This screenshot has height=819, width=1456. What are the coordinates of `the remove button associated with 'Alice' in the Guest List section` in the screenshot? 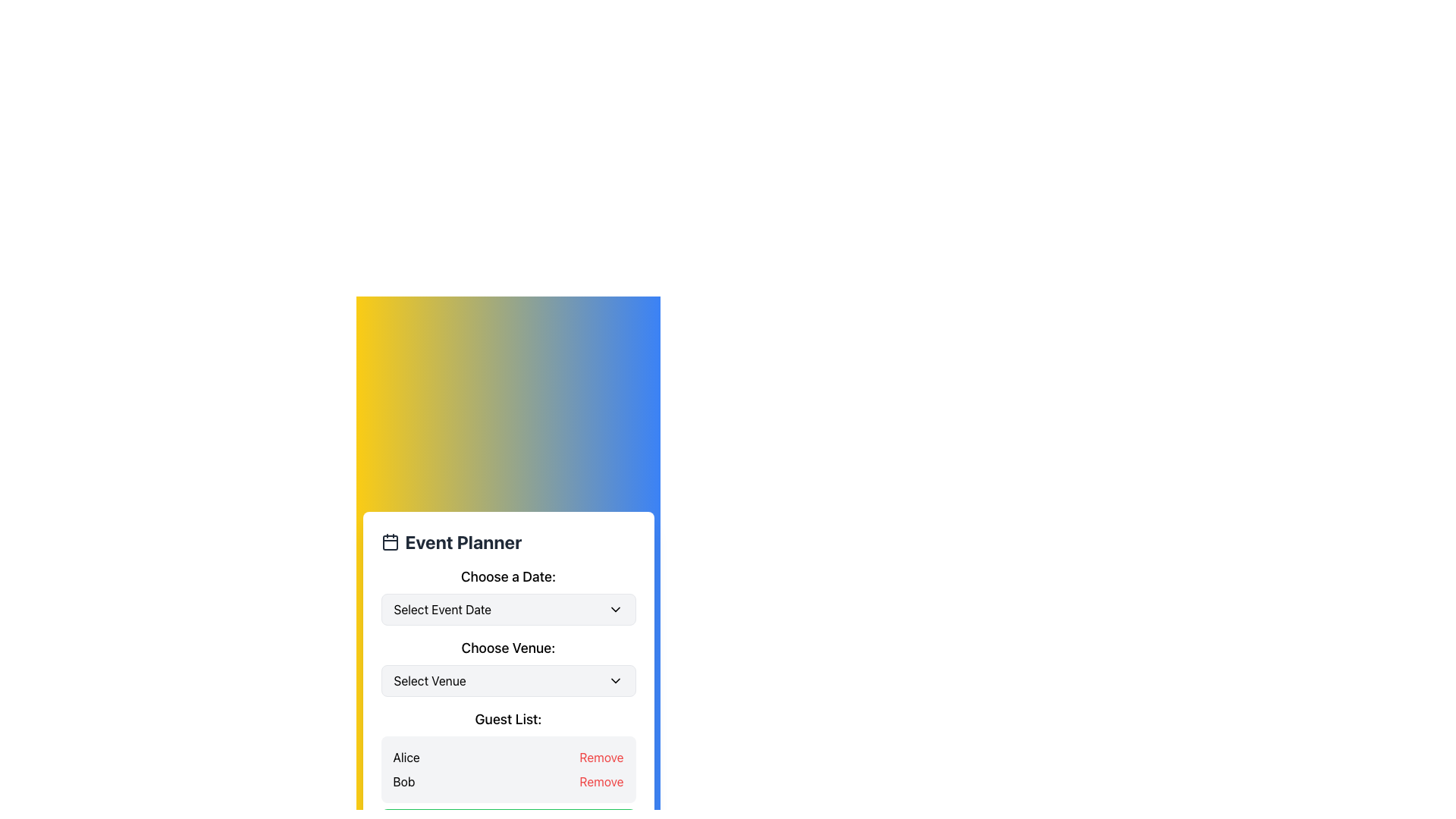 It's located at (601, 758).